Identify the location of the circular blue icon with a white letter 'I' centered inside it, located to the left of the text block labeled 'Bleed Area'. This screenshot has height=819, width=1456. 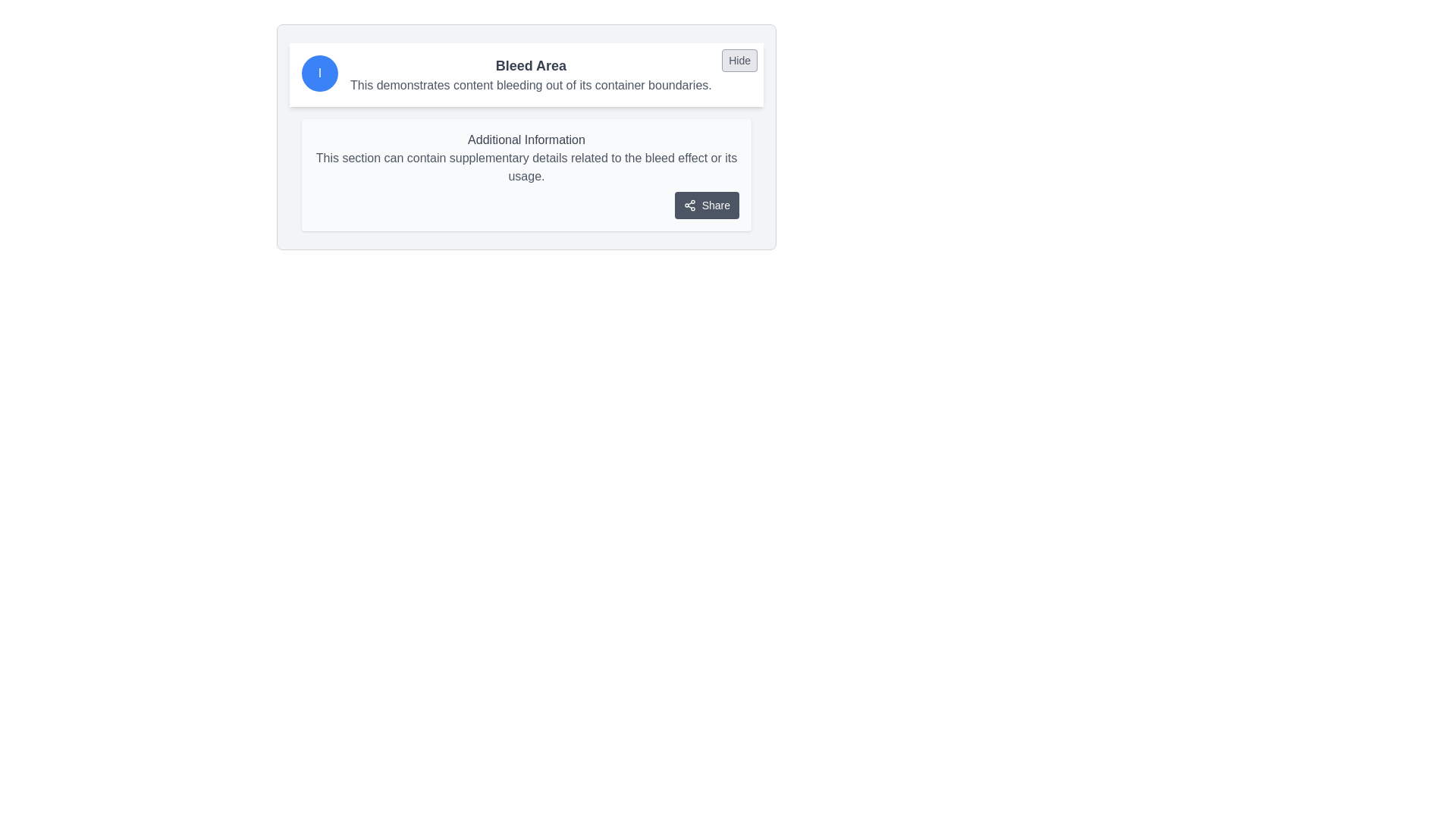
(319, 73).